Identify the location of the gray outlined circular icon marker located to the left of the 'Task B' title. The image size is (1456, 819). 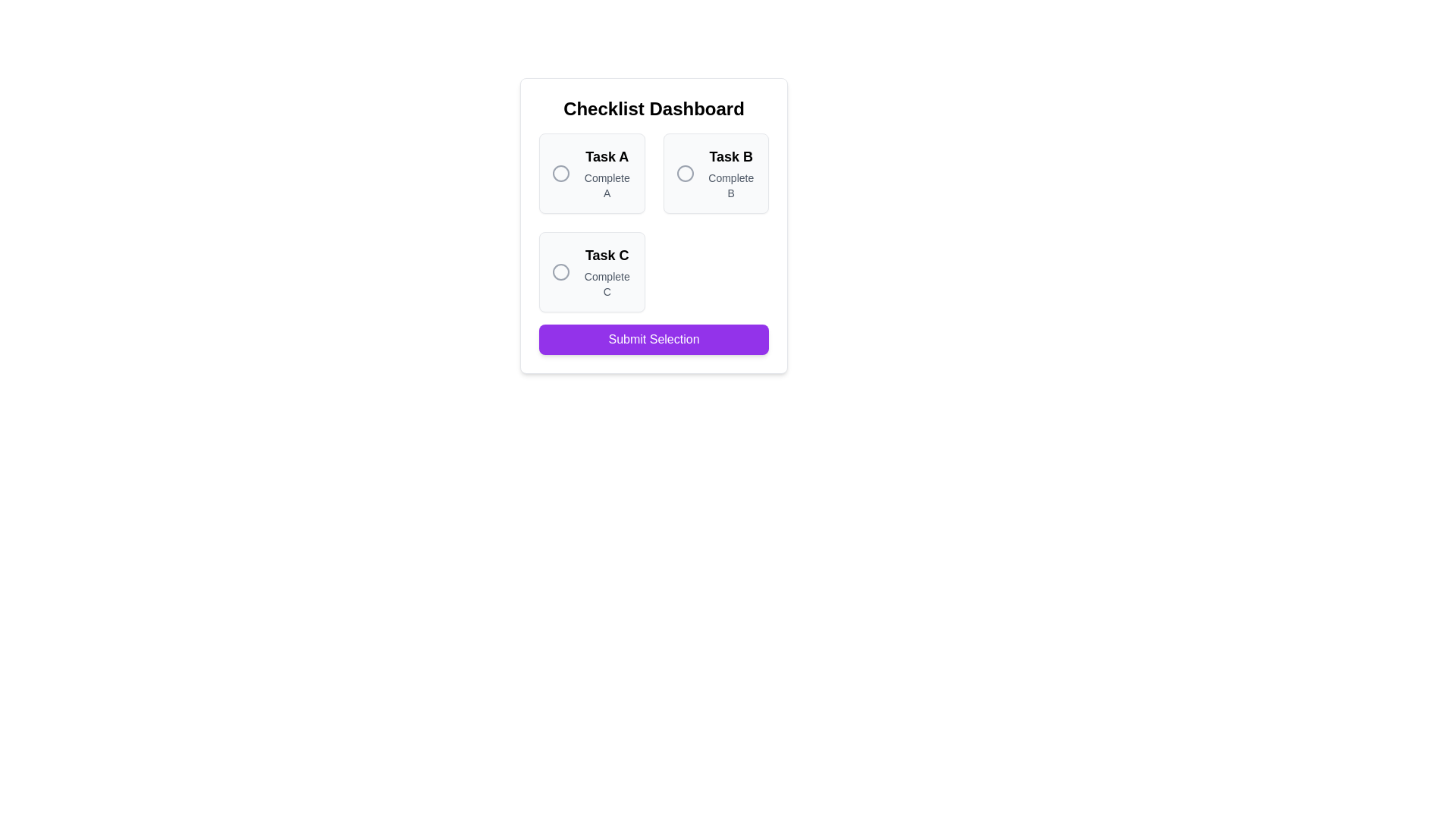
(684, 172).